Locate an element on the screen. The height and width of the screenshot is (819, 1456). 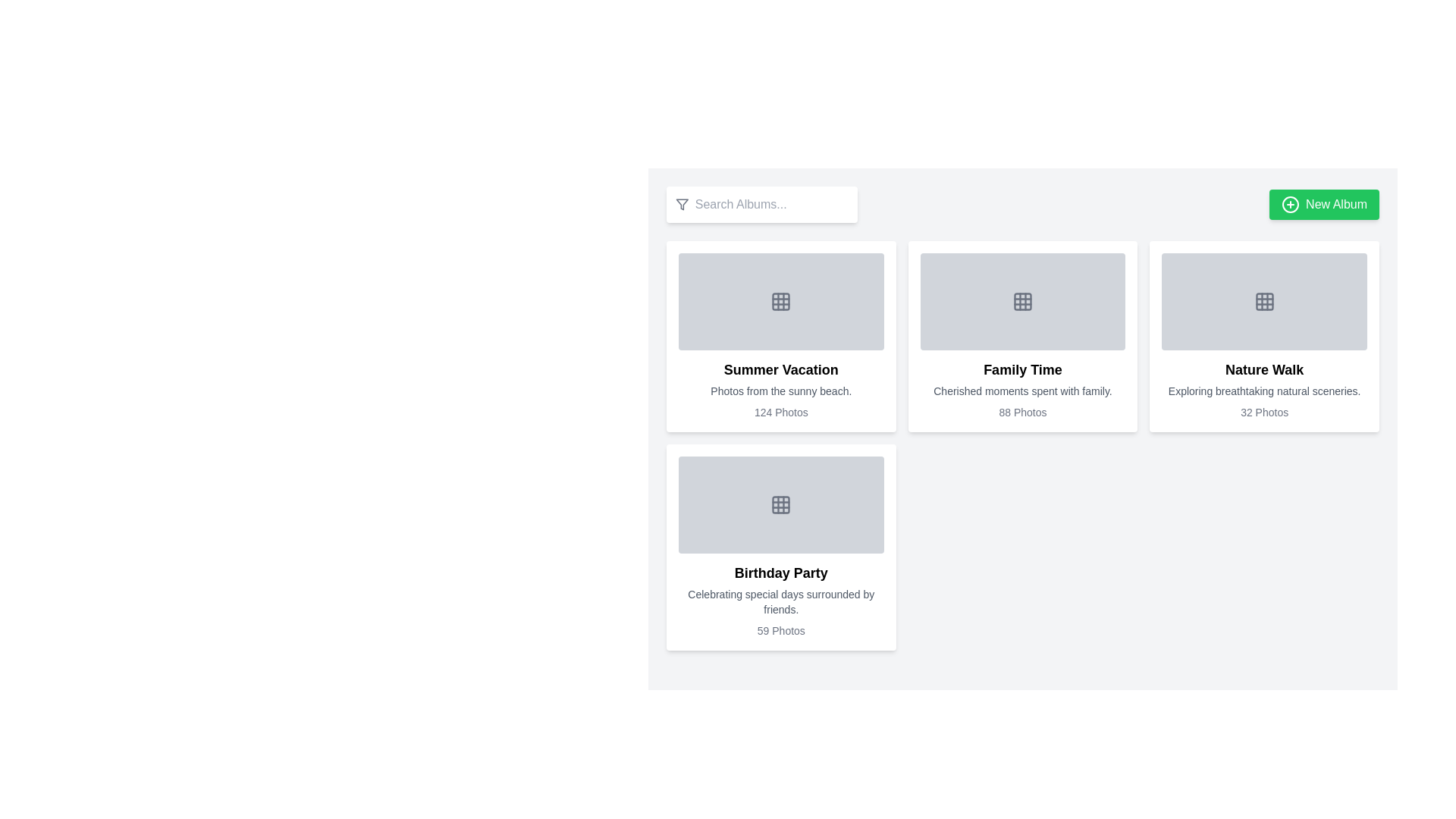
the circular add icon located immediately to the left of the 'New Album' button is located at coordinates (1290, 205).